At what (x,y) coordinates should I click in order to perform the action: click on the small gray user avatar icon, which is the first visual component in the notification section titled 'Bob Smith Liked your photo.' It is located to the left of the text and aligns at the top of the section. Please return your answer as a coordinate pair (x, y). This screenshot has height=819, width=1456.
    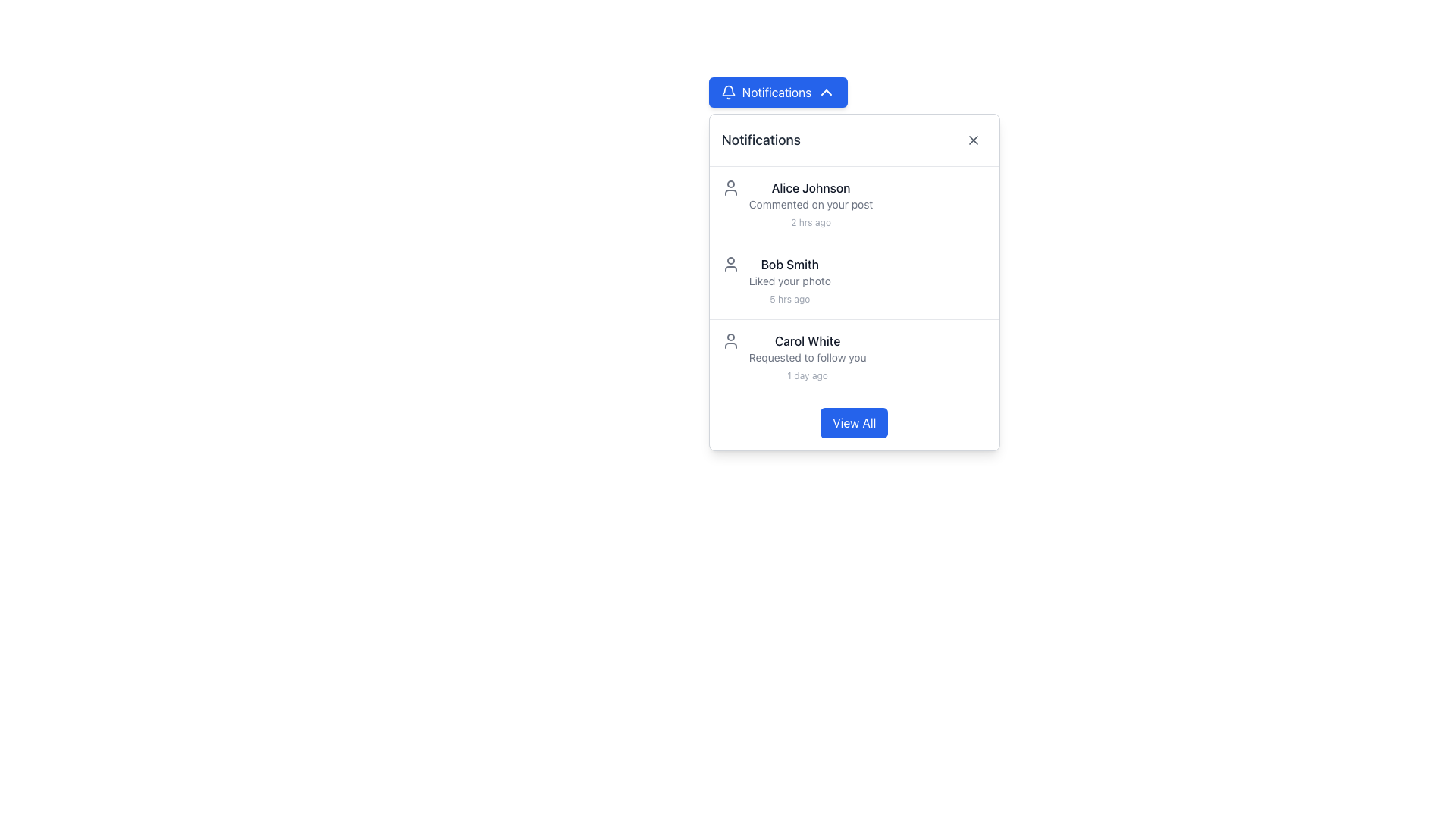
    Looking at the image, I should click on (730, 263).